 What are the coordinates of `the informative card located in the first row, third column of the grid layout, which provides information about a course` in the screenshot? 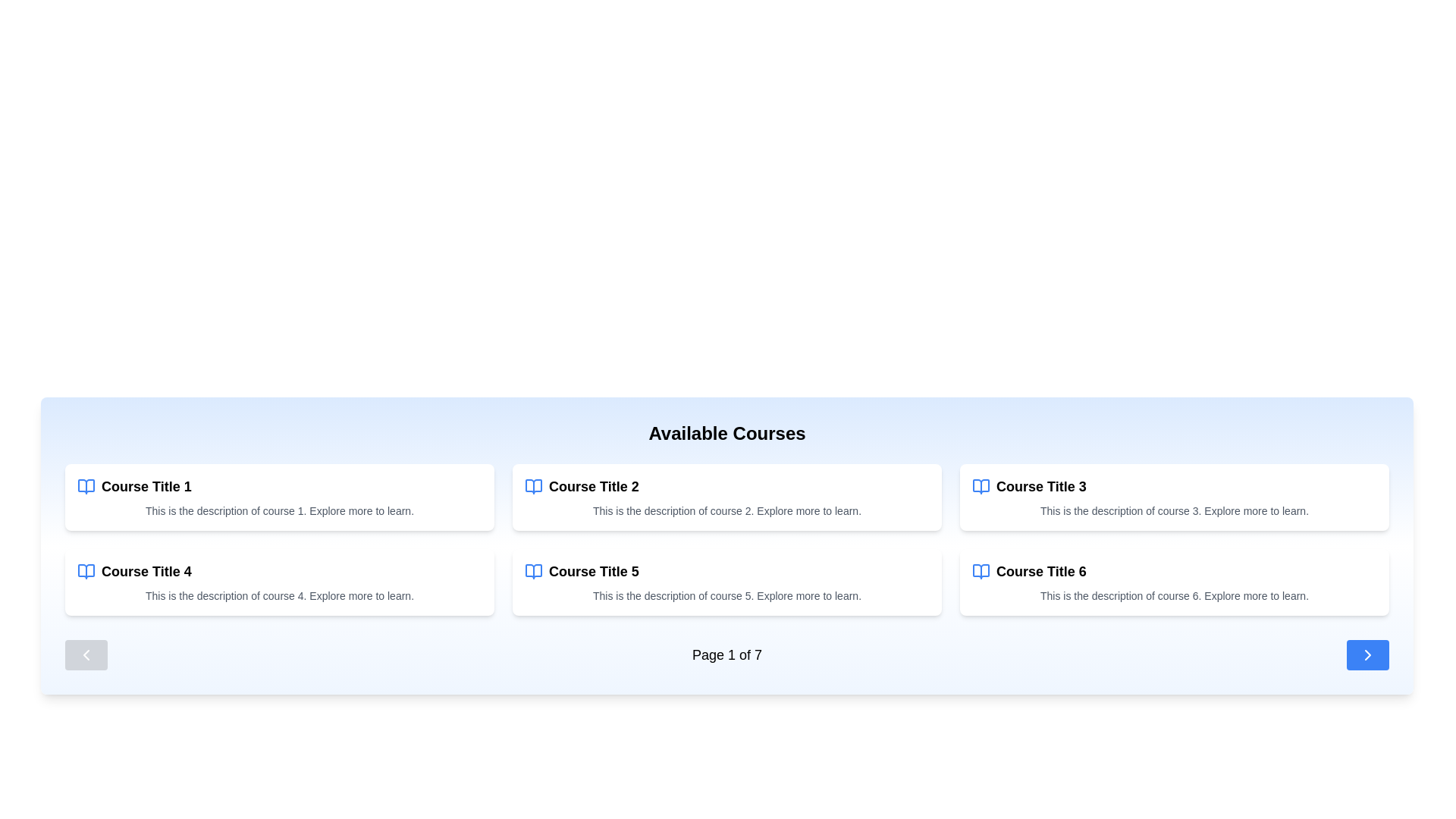 It's located at (1174, 497).